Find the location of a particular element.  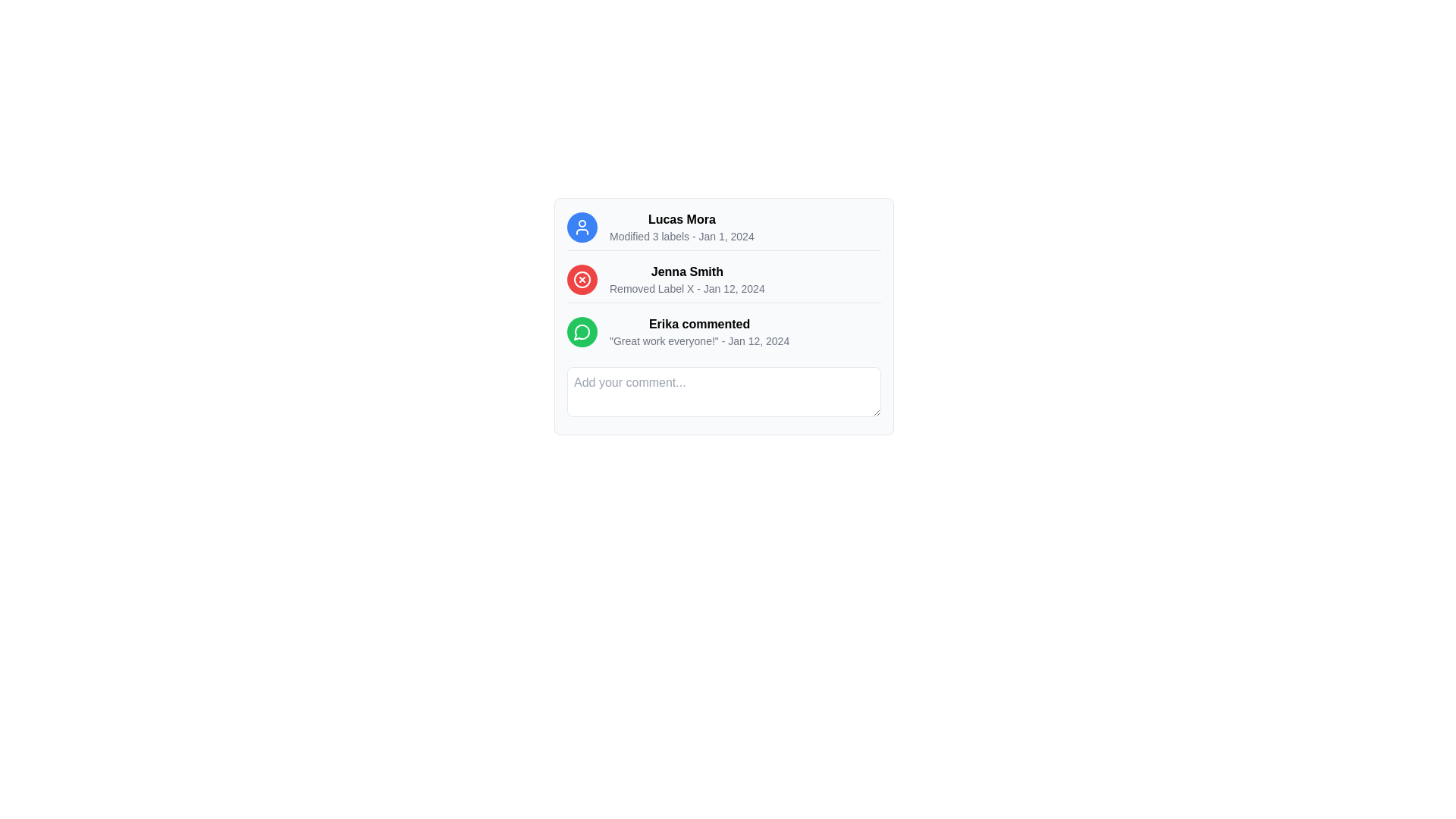

the solid circular icon element nested within a red circular boundary, located to the left of the text 'Jenna Smith' is located at coordinates (582, 280).